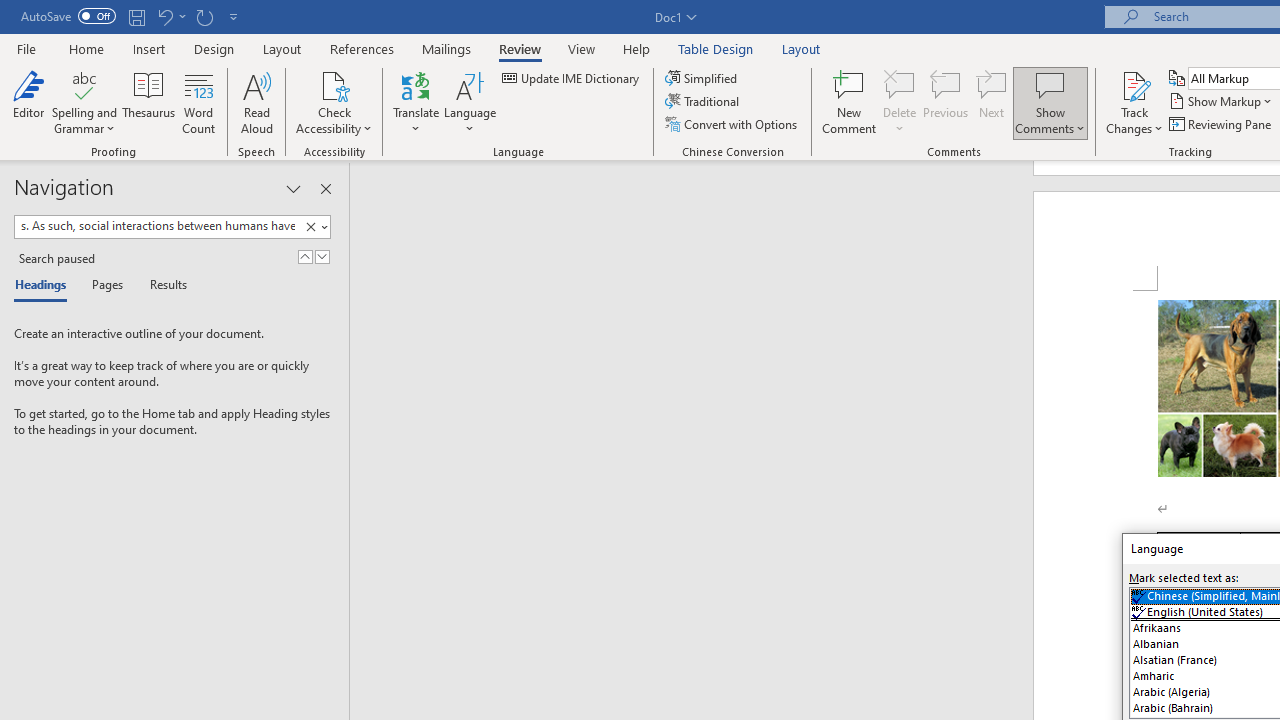  I want to click on 'Check Accessibility', so click(334, 84).